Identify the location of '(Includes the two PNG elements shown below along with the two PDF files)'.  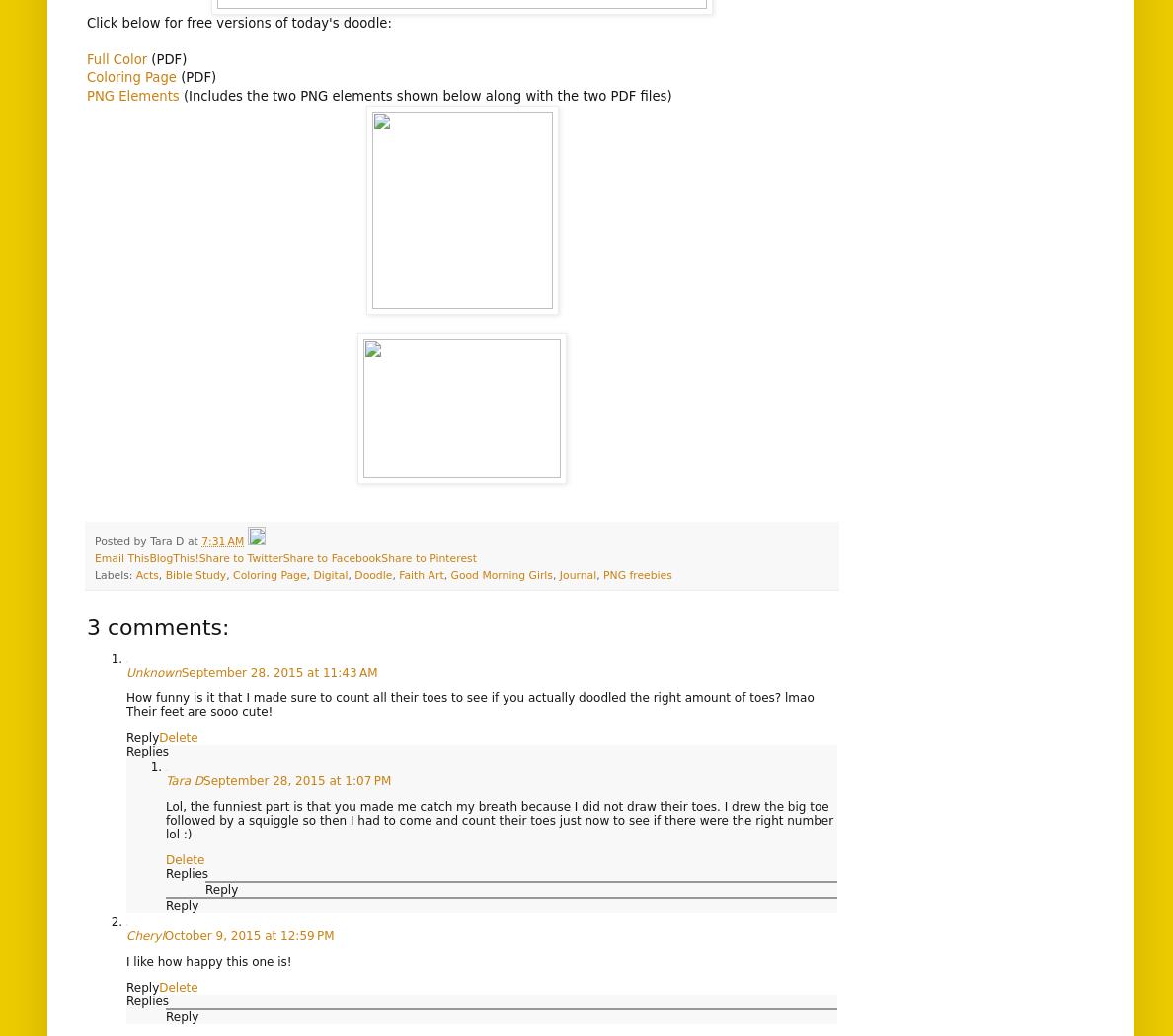
(424, 94).